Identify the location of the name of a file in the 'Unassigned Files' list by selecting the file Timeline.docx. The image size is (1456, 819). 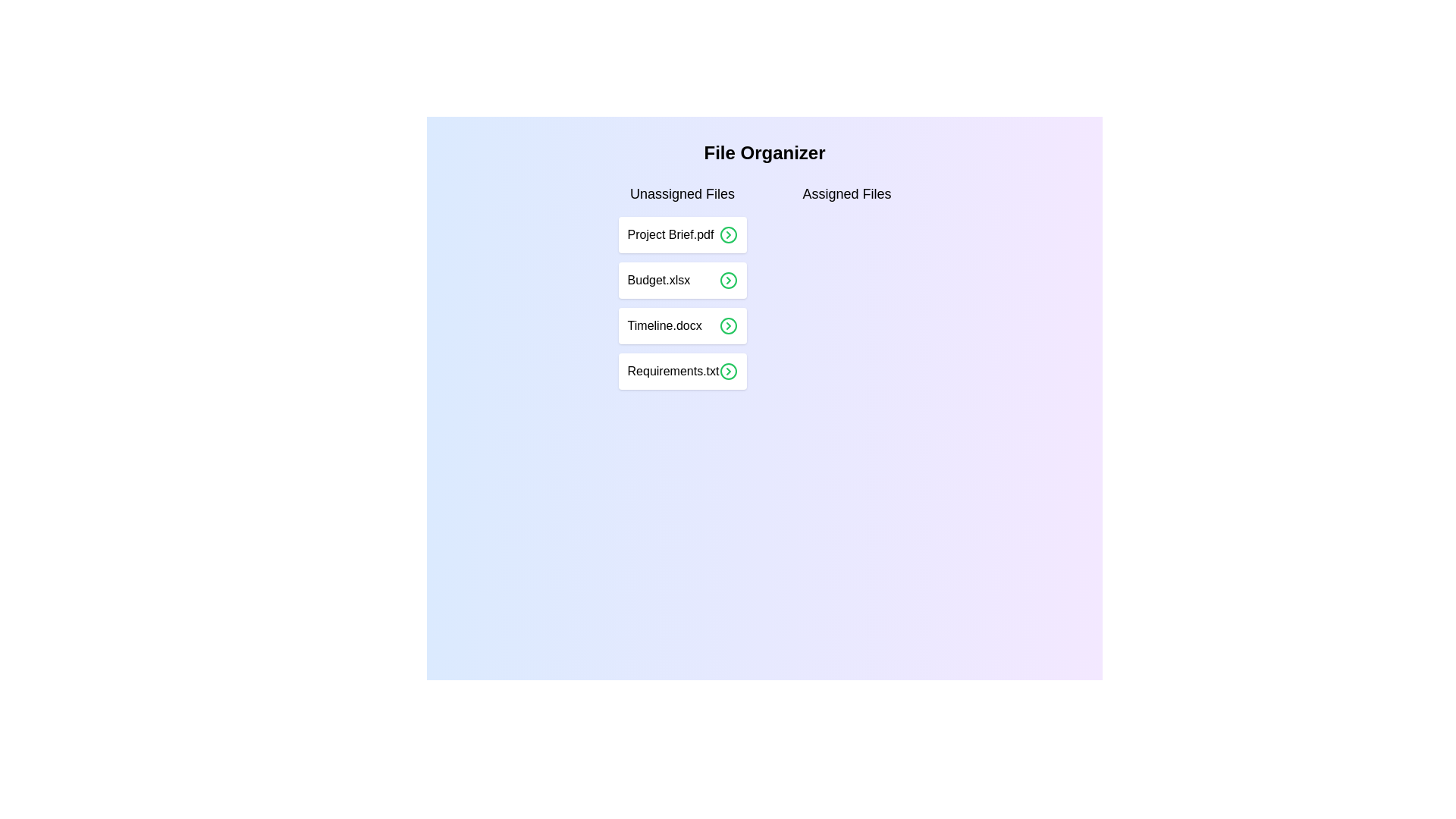
(682, 325).